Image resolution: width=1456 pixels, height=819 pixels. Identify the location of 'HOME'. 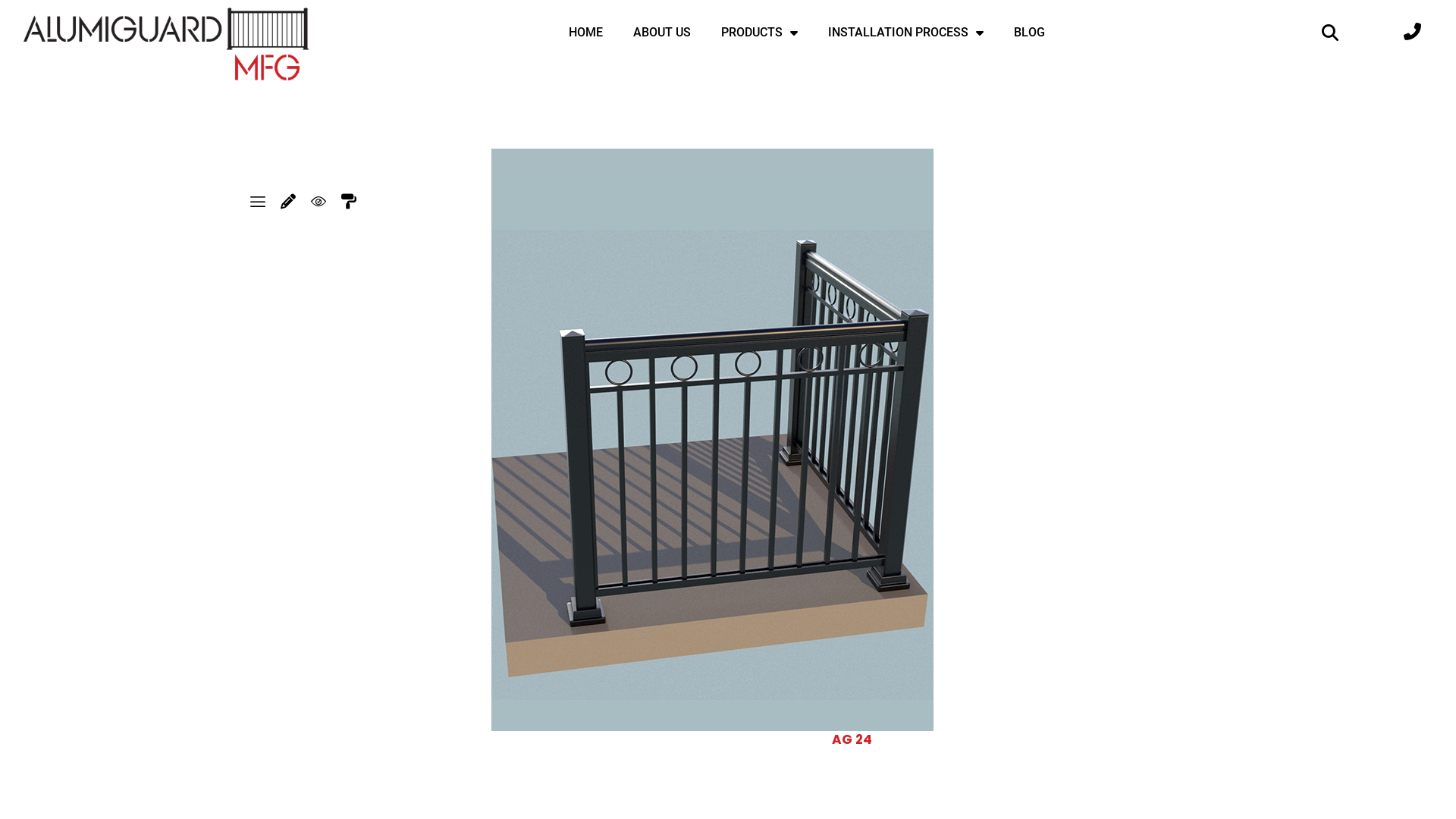
(552, 32).